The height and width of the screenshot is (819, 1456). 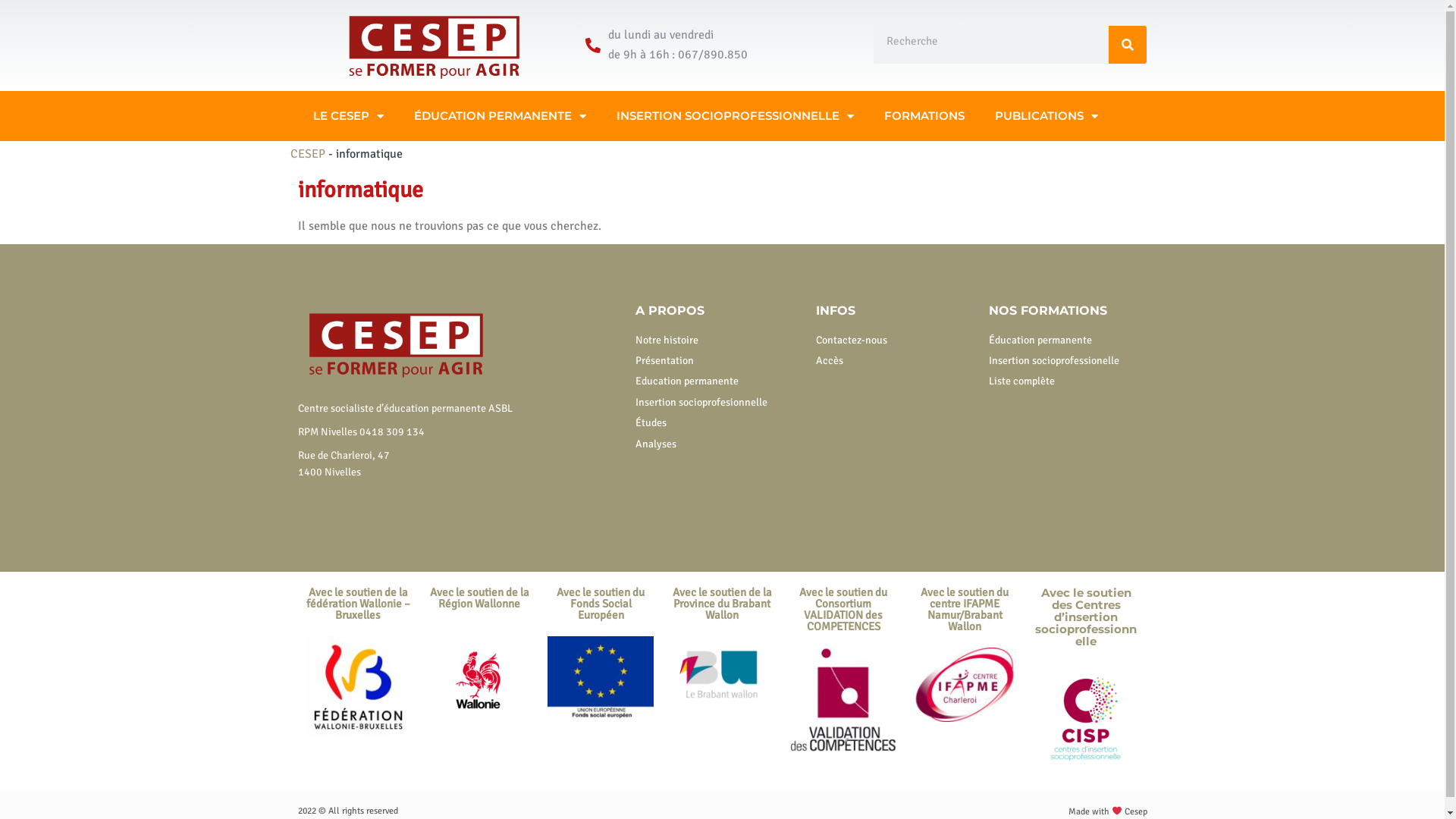 I want to click on 'CESEP', so click(x=306, y=154).